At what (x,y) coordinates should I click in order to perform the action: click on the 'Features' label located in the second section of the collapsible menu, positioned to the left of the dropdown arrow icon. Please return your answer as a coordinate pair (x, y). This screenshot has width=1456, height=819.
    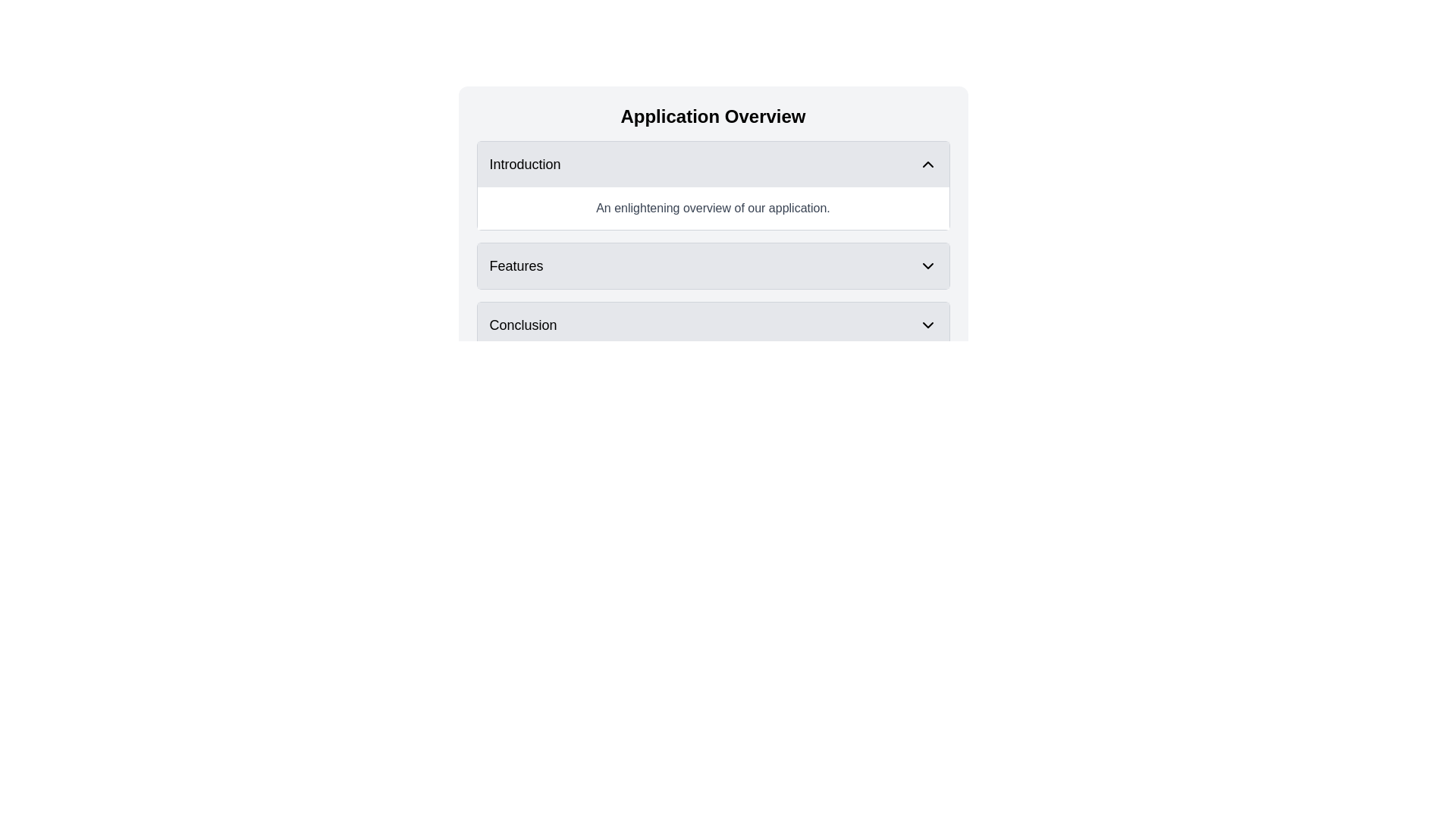
    Looking at the image, I should click on (516, 265).